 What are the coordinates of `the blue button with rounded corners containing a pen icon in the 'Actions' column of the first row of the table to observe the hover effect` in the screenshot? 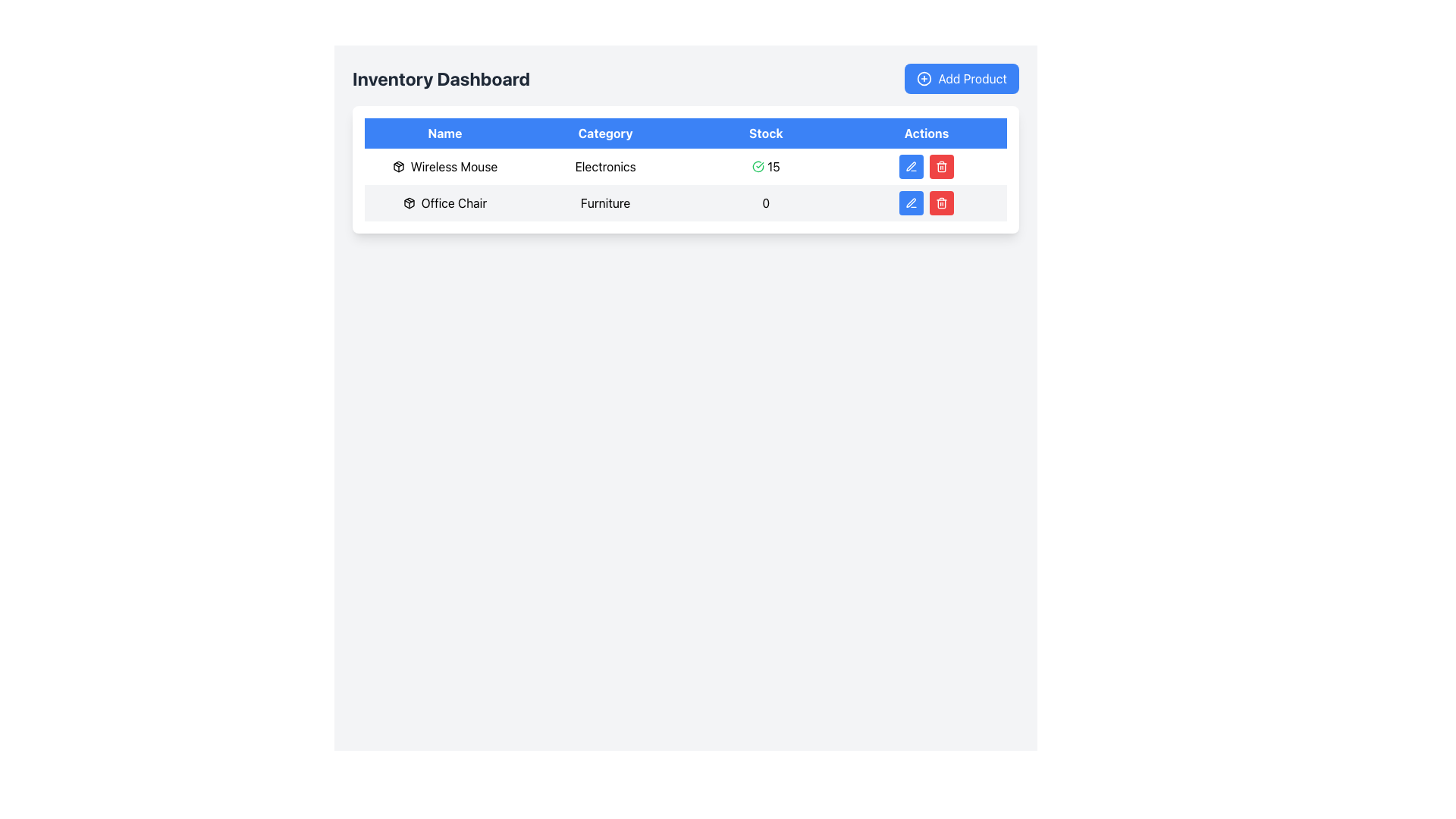 It's located at (911, 166).